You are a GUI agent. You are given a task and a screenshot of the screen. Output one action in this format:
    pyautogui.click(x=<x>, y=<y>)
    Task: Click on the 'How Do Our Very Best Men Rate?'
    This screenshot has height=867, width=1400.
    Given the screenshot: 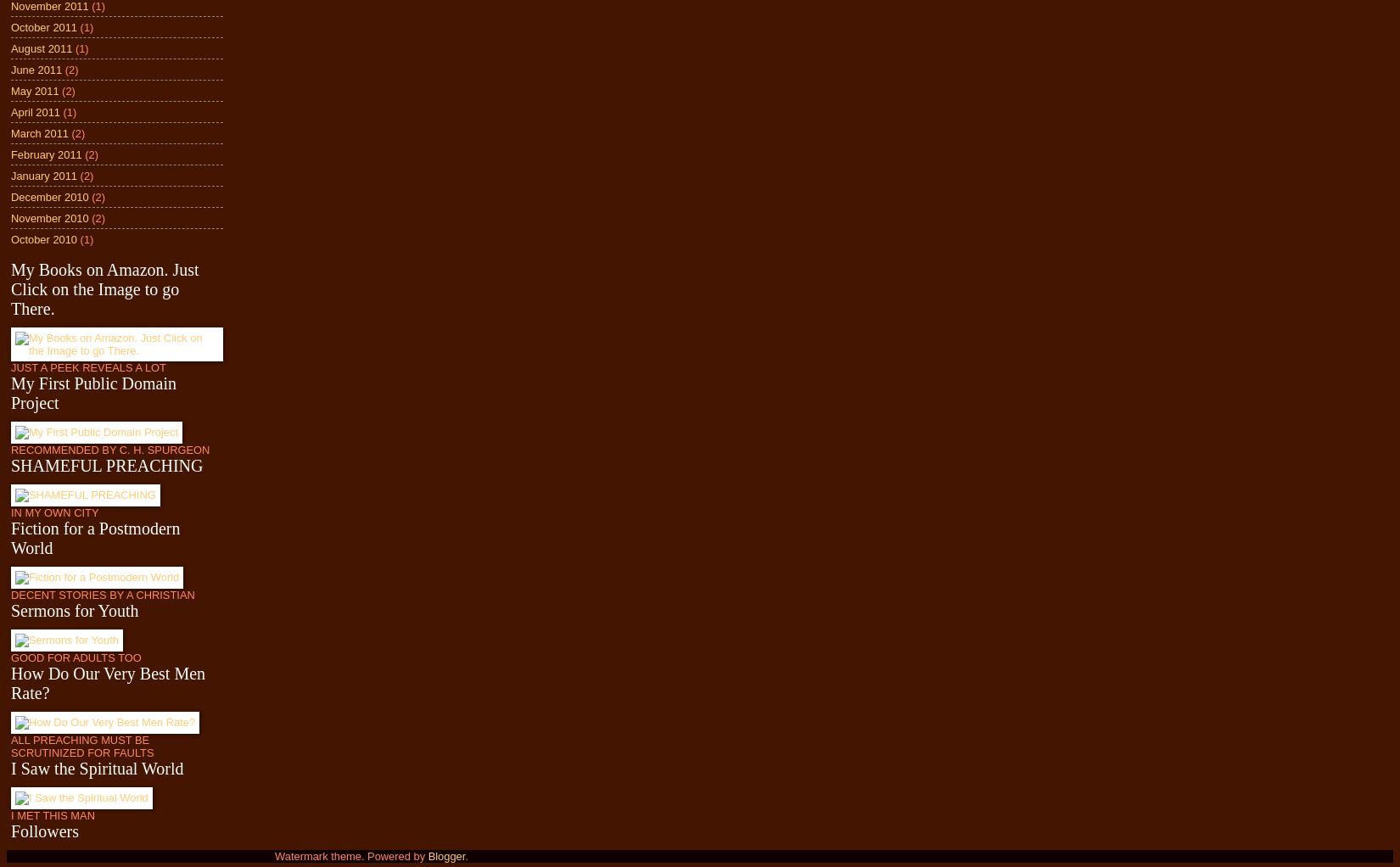 What is the action you would take?
    pyautogui.click(x=108, y=682)
    